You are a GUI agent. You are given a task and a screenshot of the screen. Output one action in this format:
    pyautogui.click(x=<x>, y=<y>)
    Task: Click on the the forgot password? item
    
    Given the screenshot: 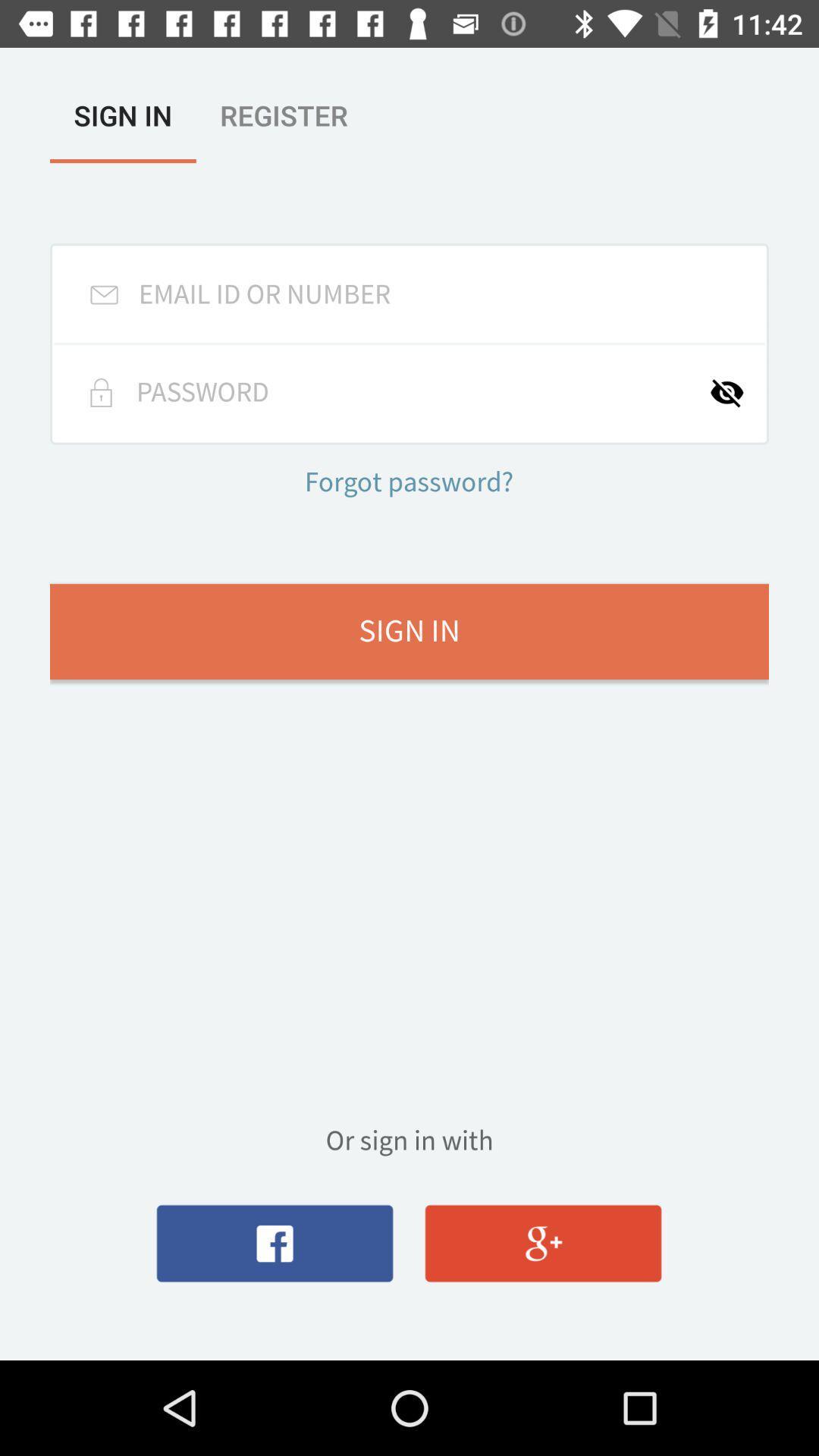 What is the action you would take?
    pyautogui.click(x=408, y=483)
    